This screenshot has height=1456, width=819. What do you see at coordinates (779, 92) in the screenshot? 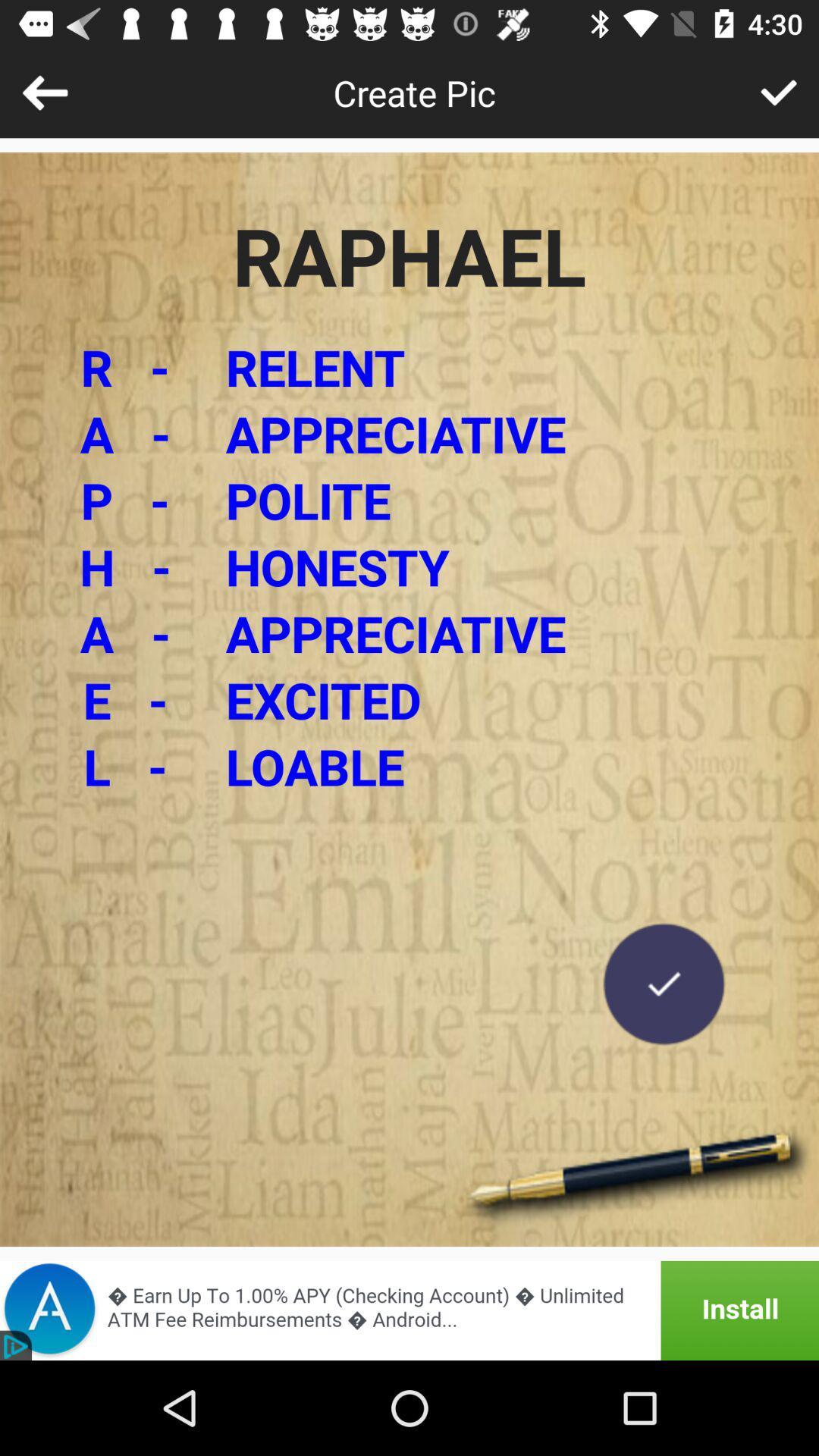
I see `choose the dick option` at bounding box center [779, 92].